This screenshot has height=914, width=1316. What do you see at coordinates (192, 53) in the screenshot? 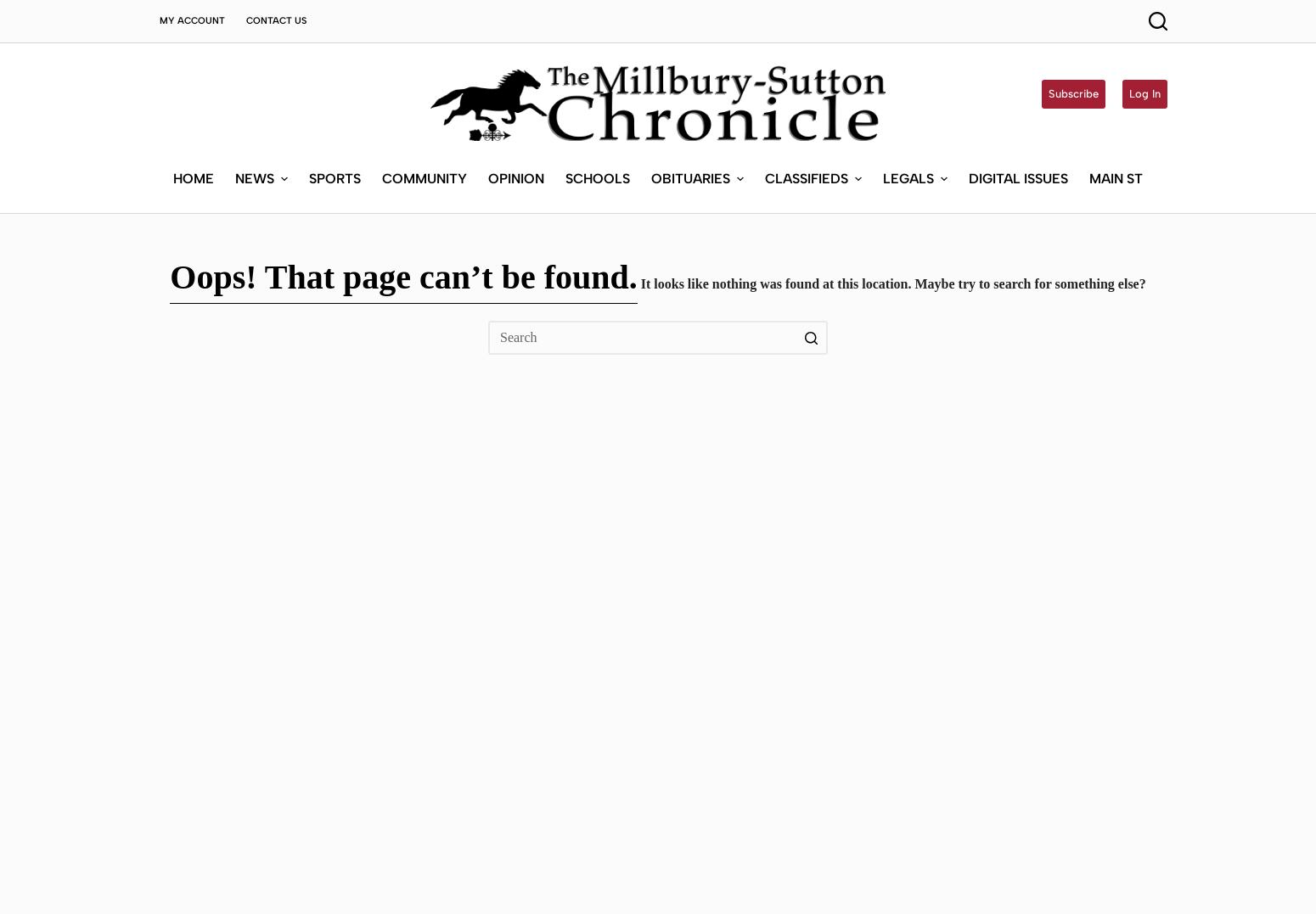
I see `'Home'` at bounding box center [192, 53].